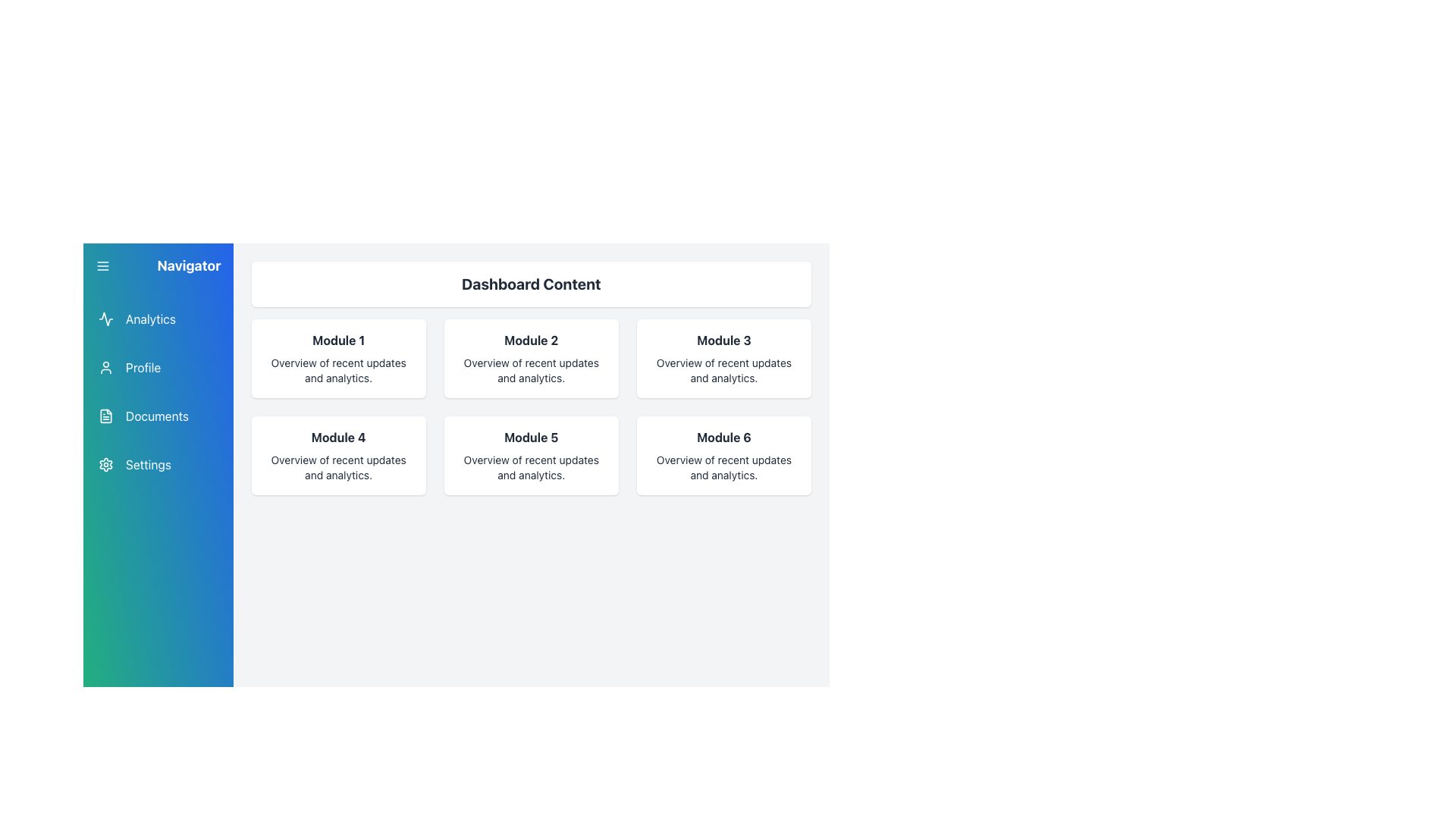 The height and width of the screenshot is (819, 1456). What do you see at coordinates (531, 339) in the screenshot?
I see `title label 'Module 2' located centrally in the second card of the grid layout in the 'Dashboard Content' section` at bounding box center [531, 339].